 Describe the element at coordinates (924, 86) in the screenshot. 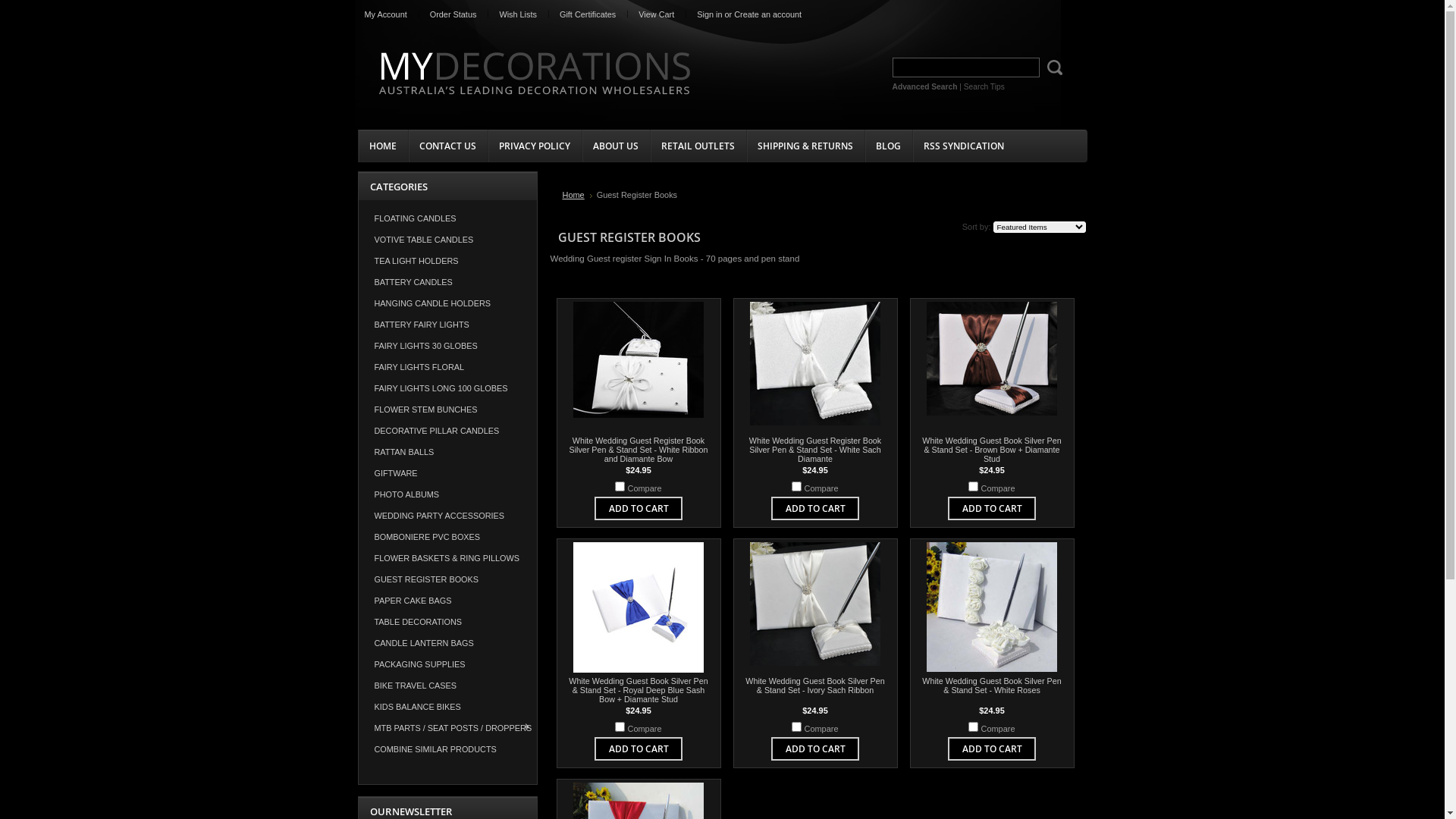

I see `'Advanced Search'` at that location.